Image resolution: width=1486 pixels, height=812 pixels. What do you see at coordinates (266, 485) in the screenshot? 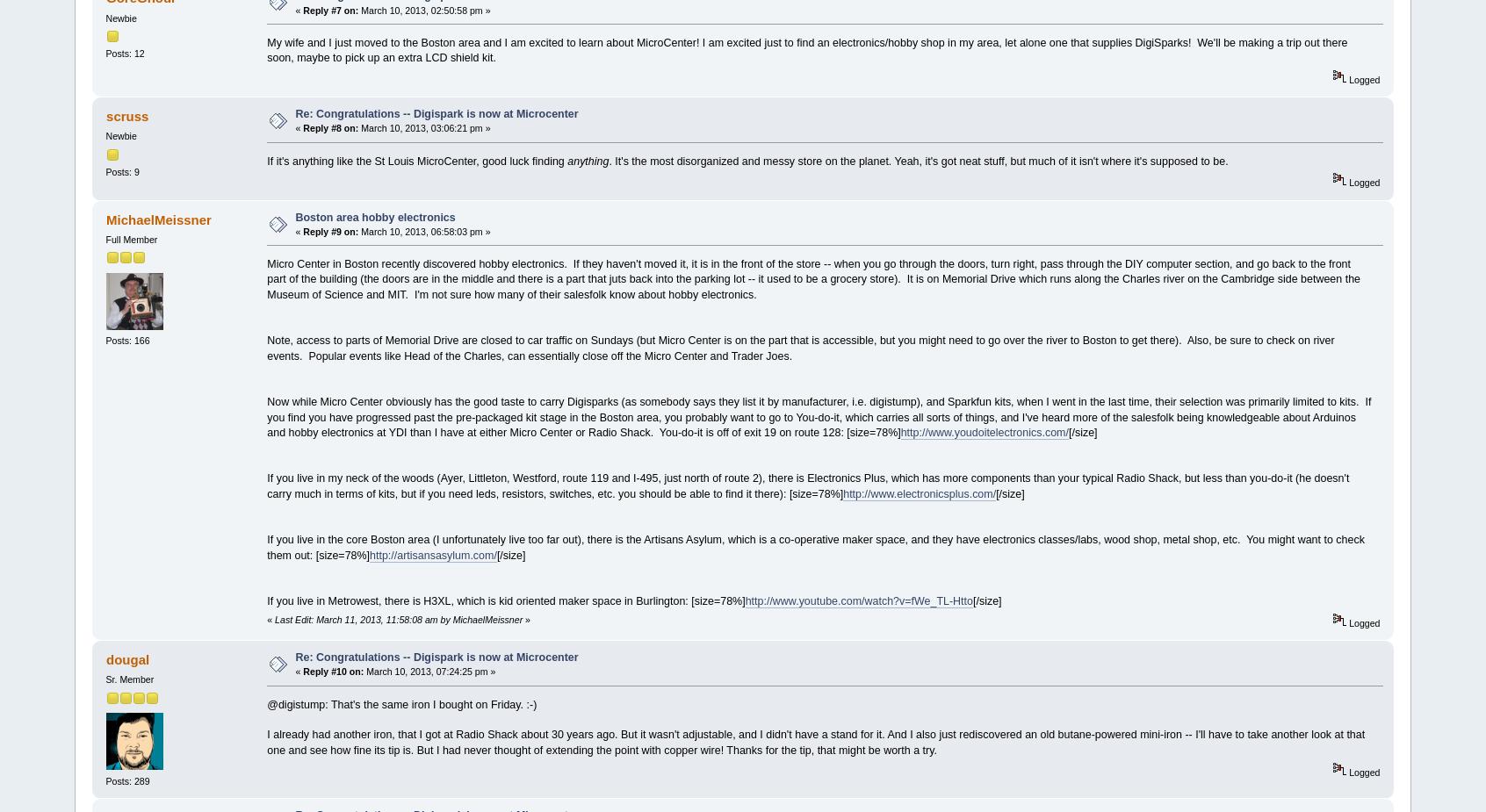
I see `'If you live in my neck of the woods (Ayer, Littleton, Westford, route 119 and I-495, just north of route 2), there is Electronics Plus, which has more components than your typical Radio Shack, but less than you-do-it (he doesn't carry much in terms of kits, but if you need leds, resistors, switches, etc. you should be able to find it there): [size=78%]'` at bounding box center [266, 485].